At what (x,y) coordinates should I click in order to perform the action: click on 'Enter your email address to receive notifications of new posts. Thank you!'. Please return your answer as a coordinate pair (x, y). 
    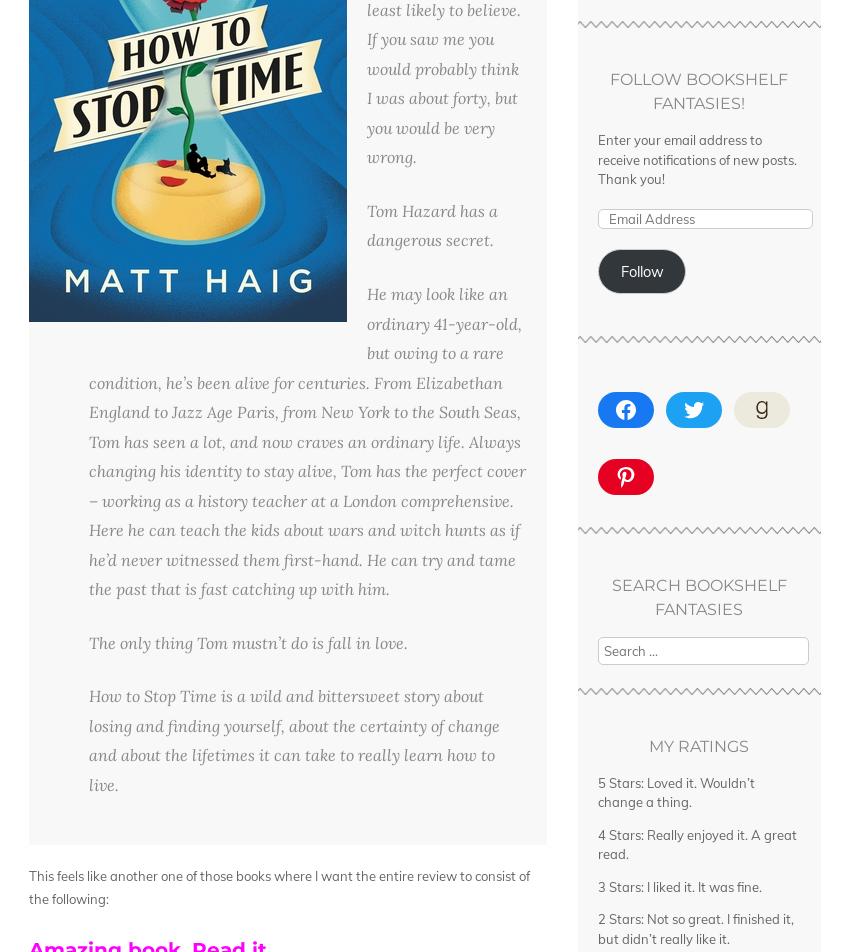
    Looking at the image, I should click on (596, 159).